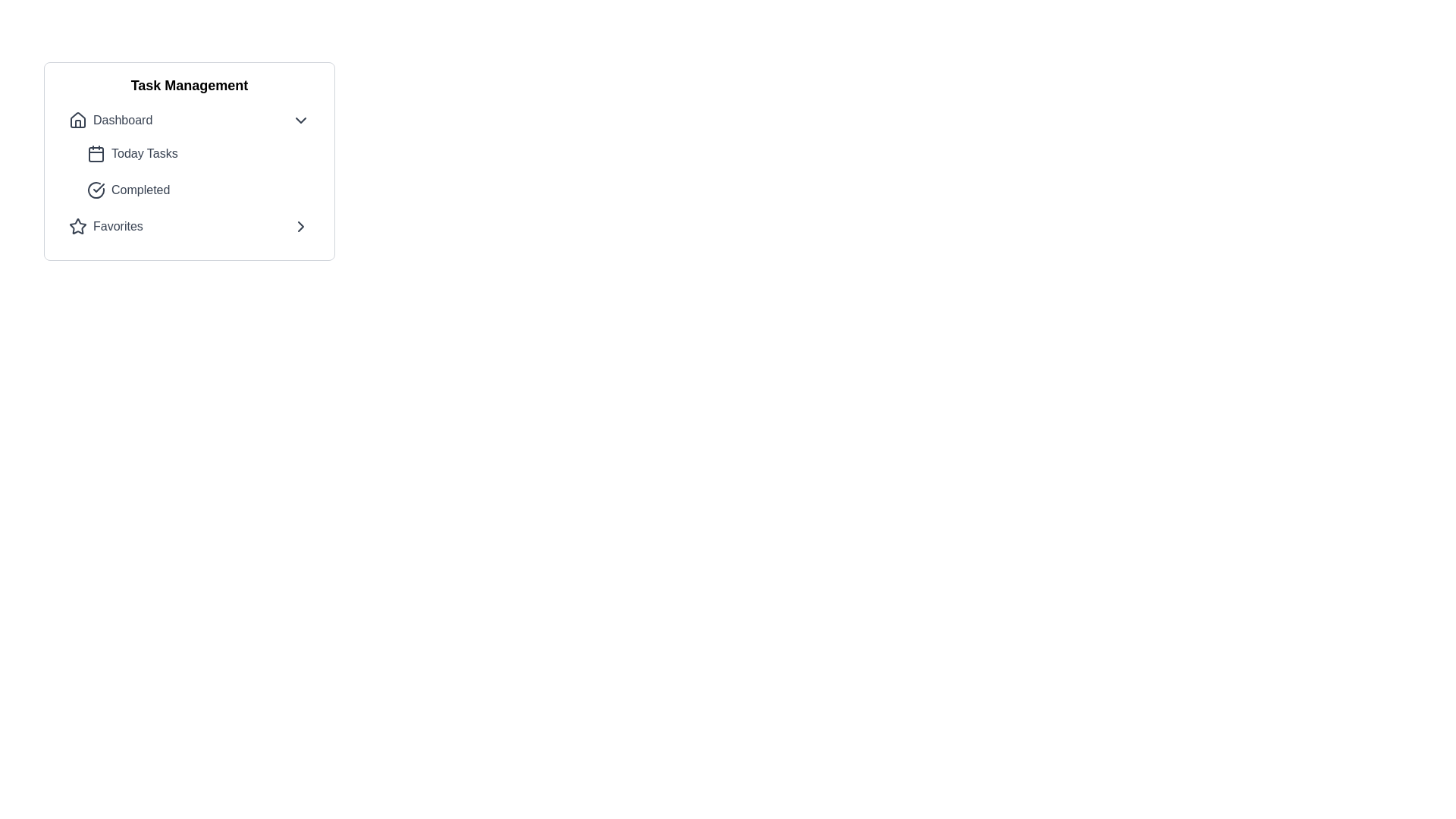 The height and width of the screenshot is (819, 1456). I want to click on the calendar icon located to the left of the 'Today Tasks' text in the 'Task Management' menu, so click(95, 154).